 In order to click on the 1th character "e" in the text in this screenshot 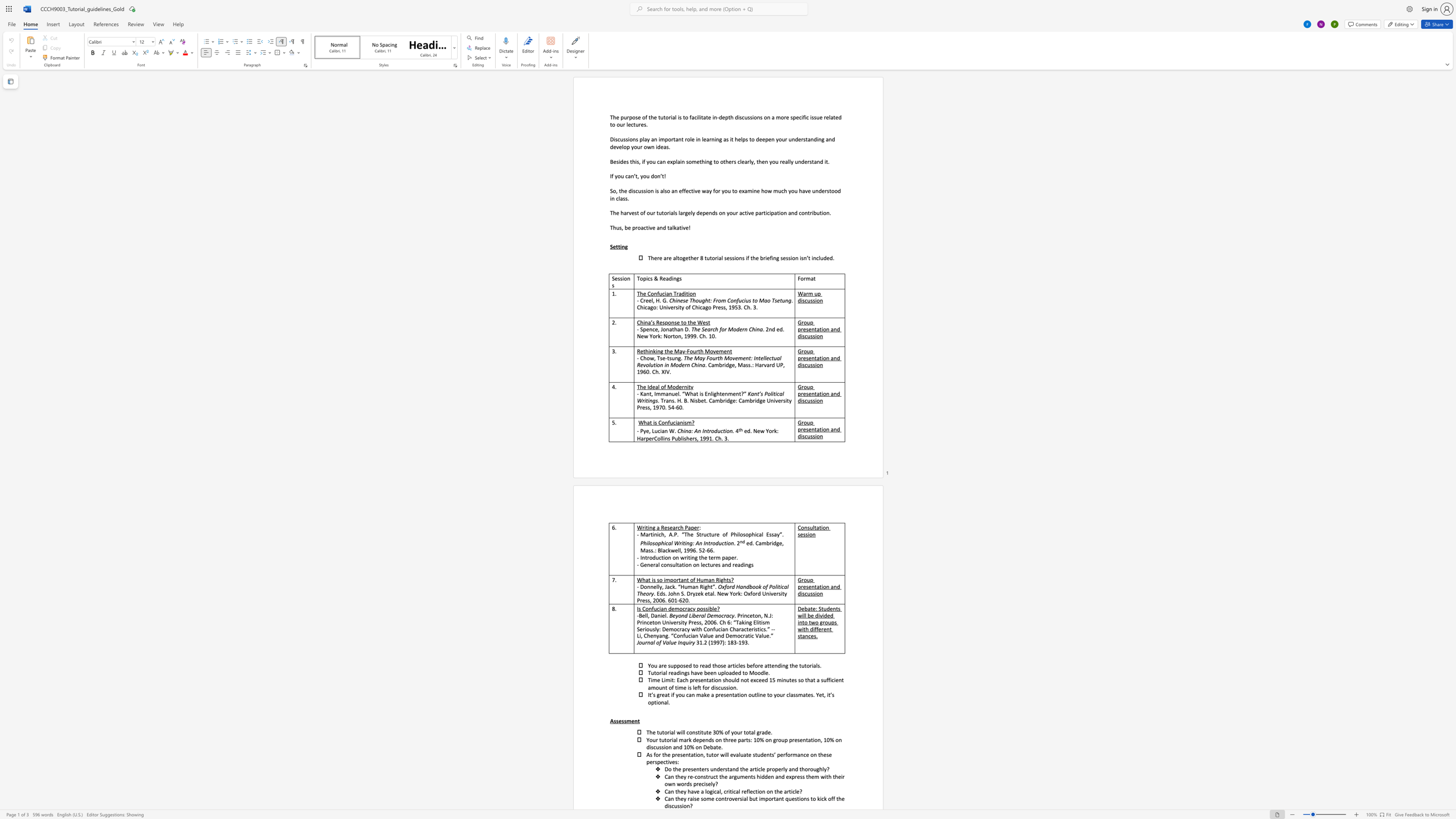, I will do `click(617, 117)`.